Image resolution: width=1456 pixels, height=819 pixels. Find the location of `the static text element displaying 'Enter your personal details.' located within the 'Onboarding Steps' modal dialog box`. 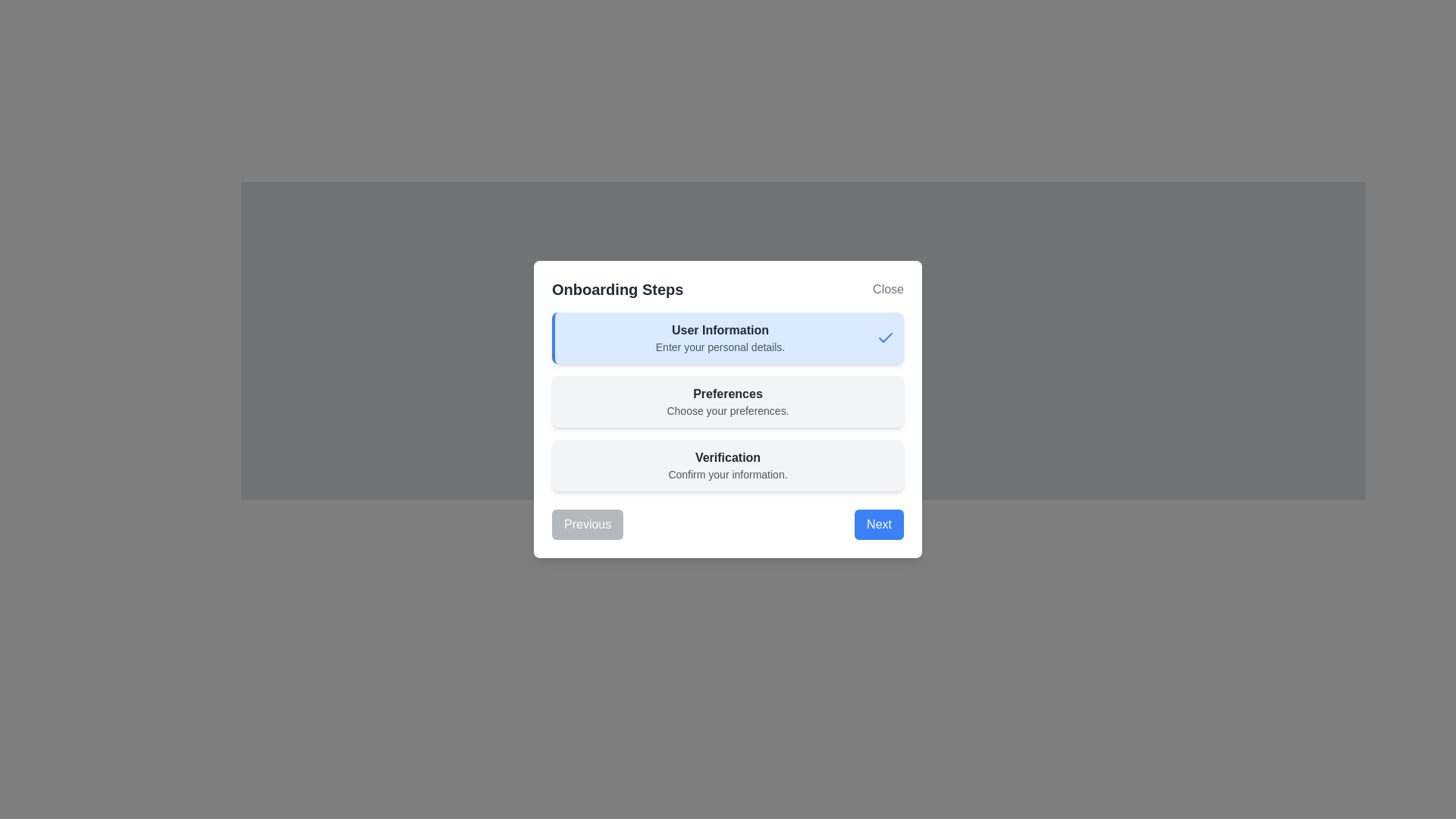

the static text element displaying 'Enter your personal details.' located within the 'Onboarding Steps' modal dialog box is located at coordinates (720, 347).